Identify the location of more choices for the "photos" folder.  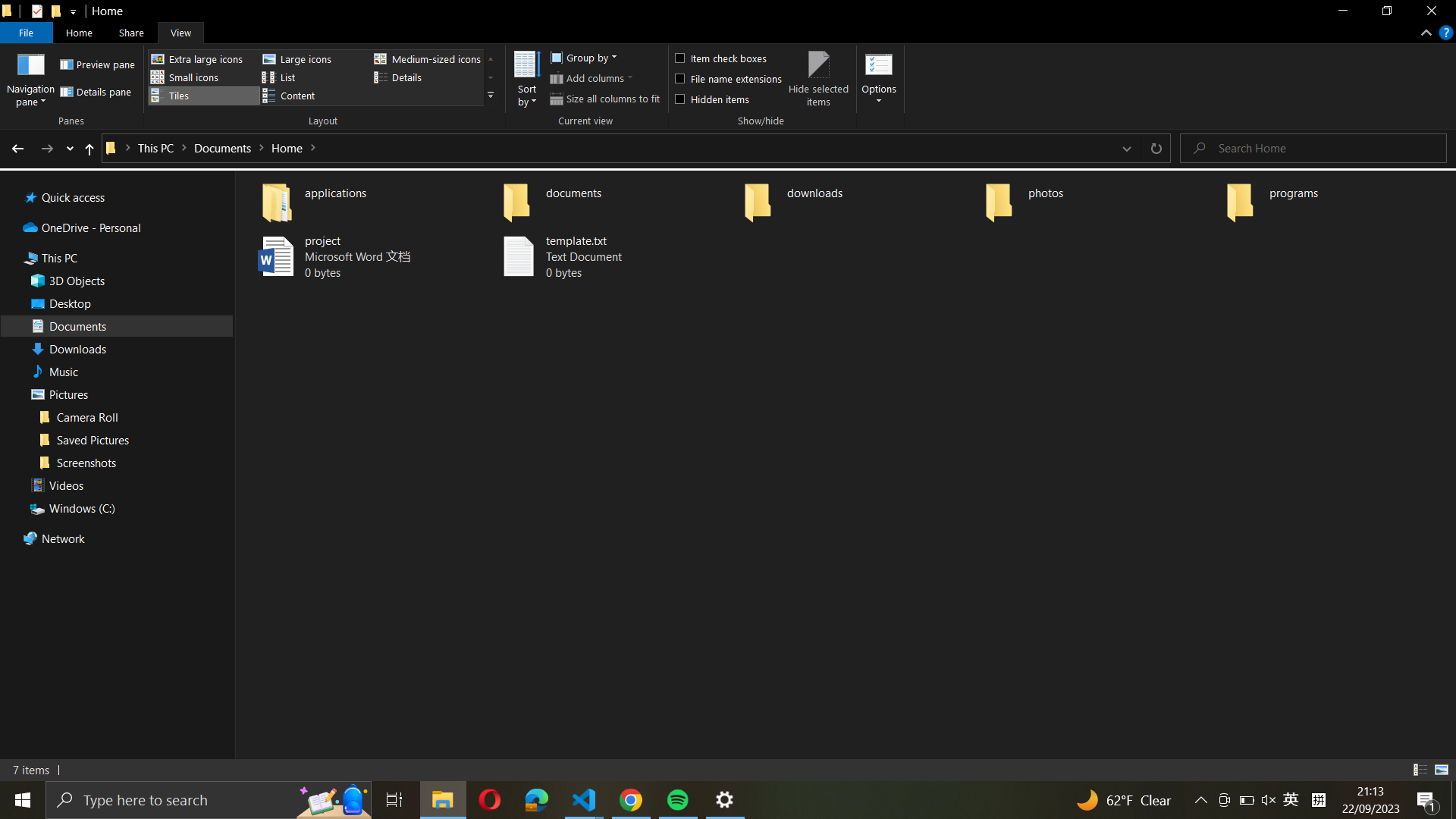
(1099, 198).